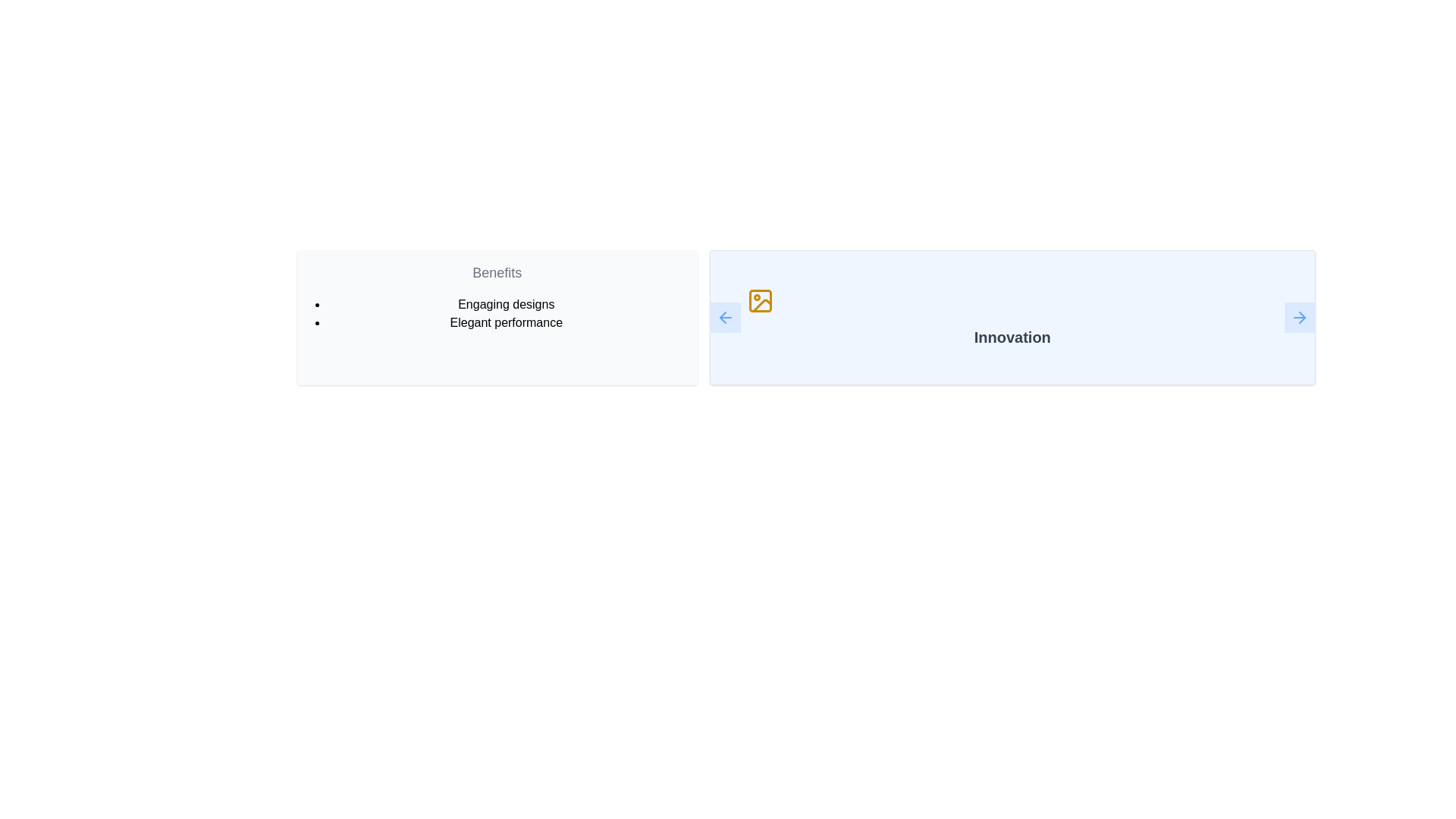 The height and width of the screenshot is (819, 1456). Describe the element at coordinates (497, 297) in the screenshot. I see `the informational Text section outlining the key benefits of the product or service, located in the left section of a two-part layout with a 'Benefits' label above it` at that location.